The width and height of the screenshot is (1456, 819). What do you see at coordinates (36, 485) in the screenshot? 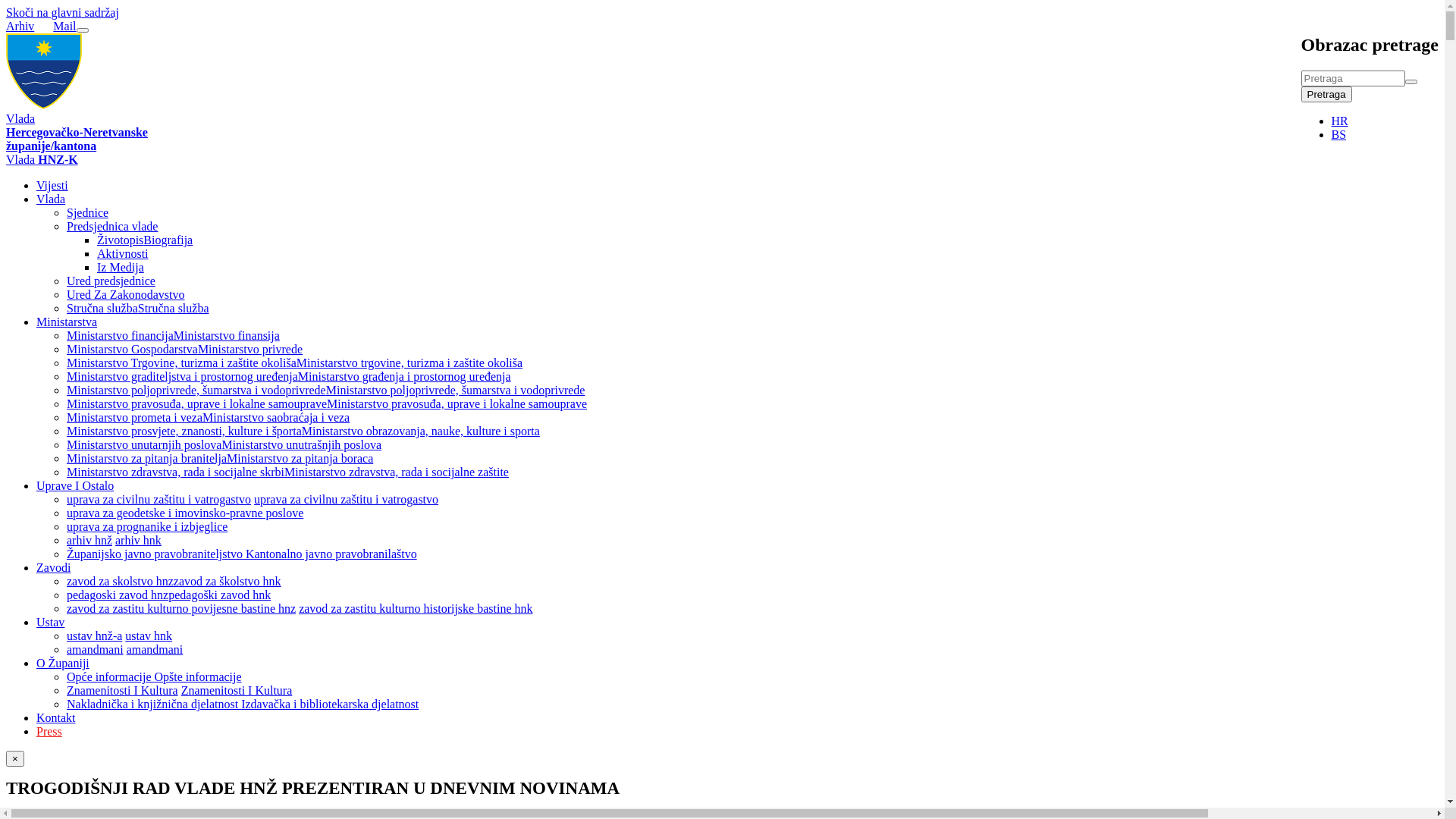
I see `'Uprave I Ostalo'` at bounding box center [36, 485].